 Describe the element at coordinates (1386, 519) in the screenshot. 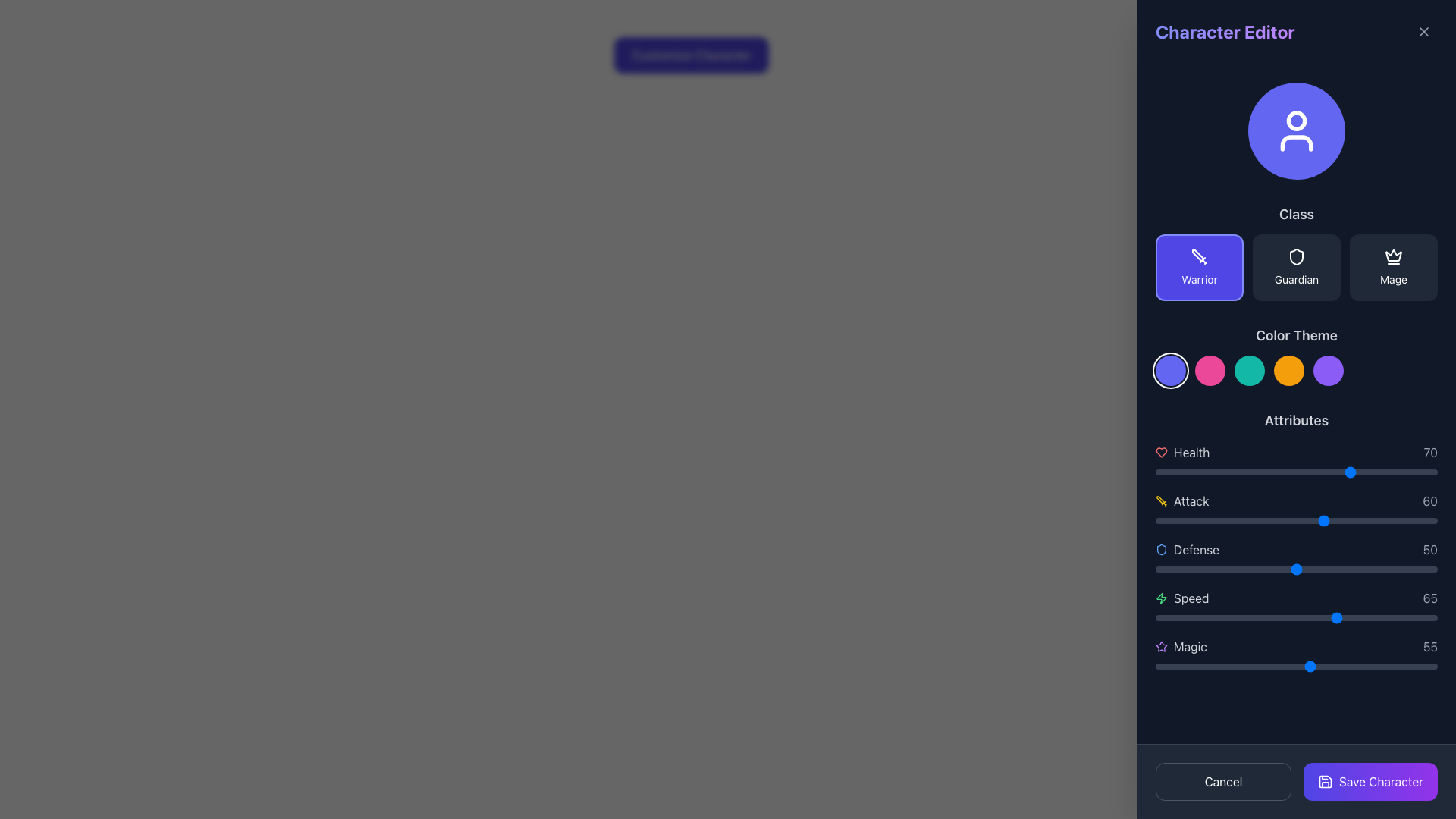

I see `the 'Attack' attribute slider` at that location.